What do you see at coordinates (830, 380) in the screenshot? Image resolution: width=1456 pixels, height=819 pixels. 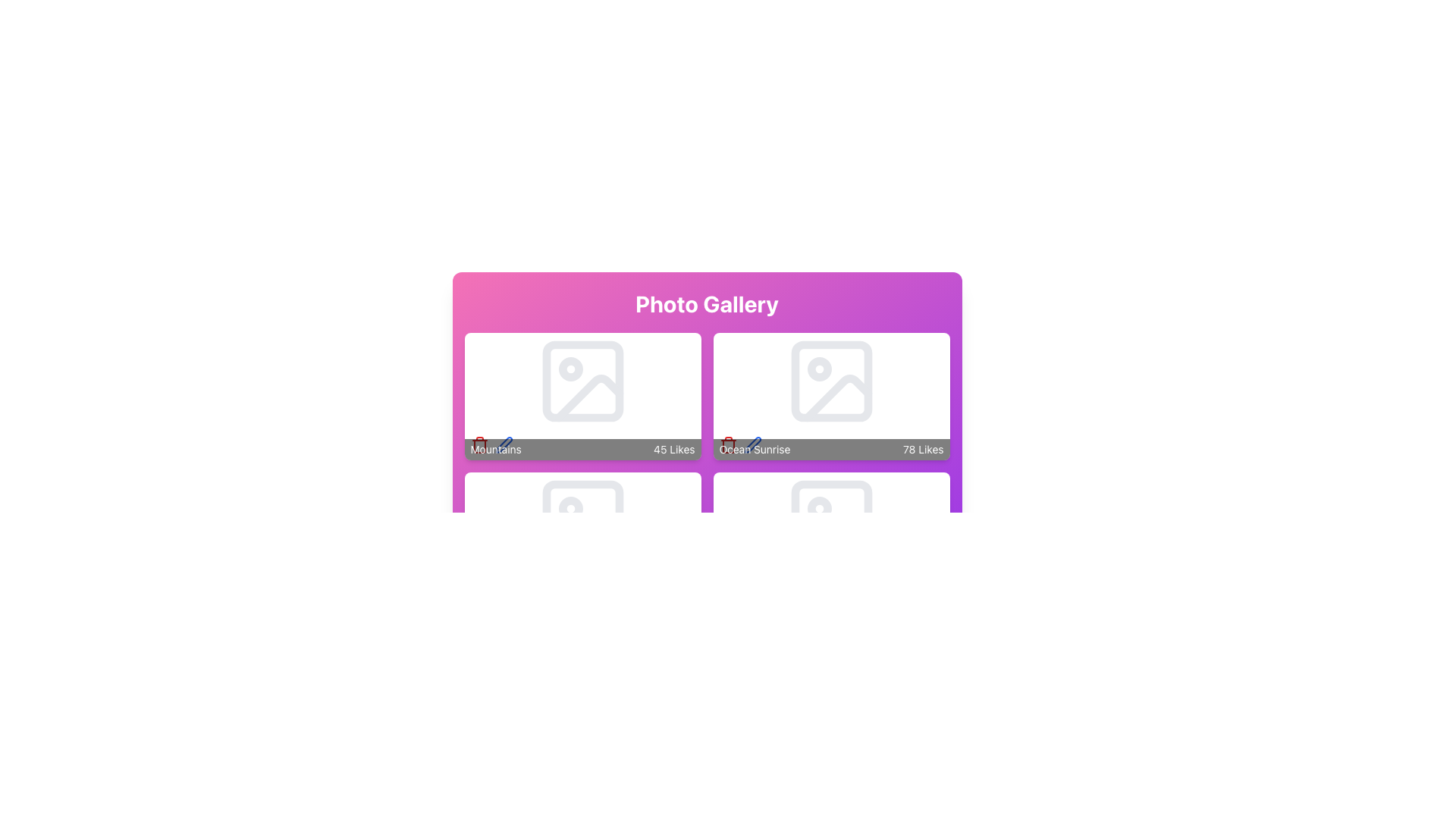 I see `the icon resembling a generic image placeholder located in the second column of the first row of the photo gallery interface, above the text 'Ocean Sunrise' and '78 Likes'` at bounding box center [830, 380].